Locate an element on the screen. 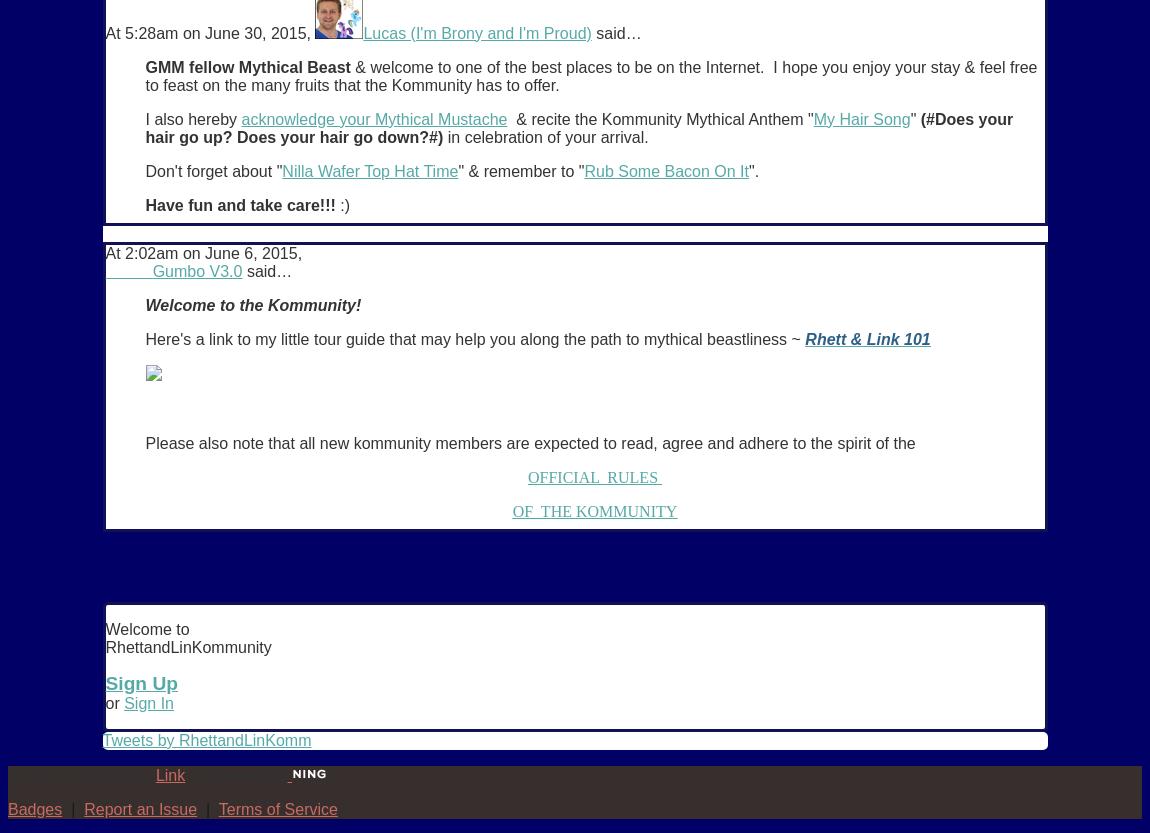  '© 2023               Created by' is located at coordinates (80, 774).